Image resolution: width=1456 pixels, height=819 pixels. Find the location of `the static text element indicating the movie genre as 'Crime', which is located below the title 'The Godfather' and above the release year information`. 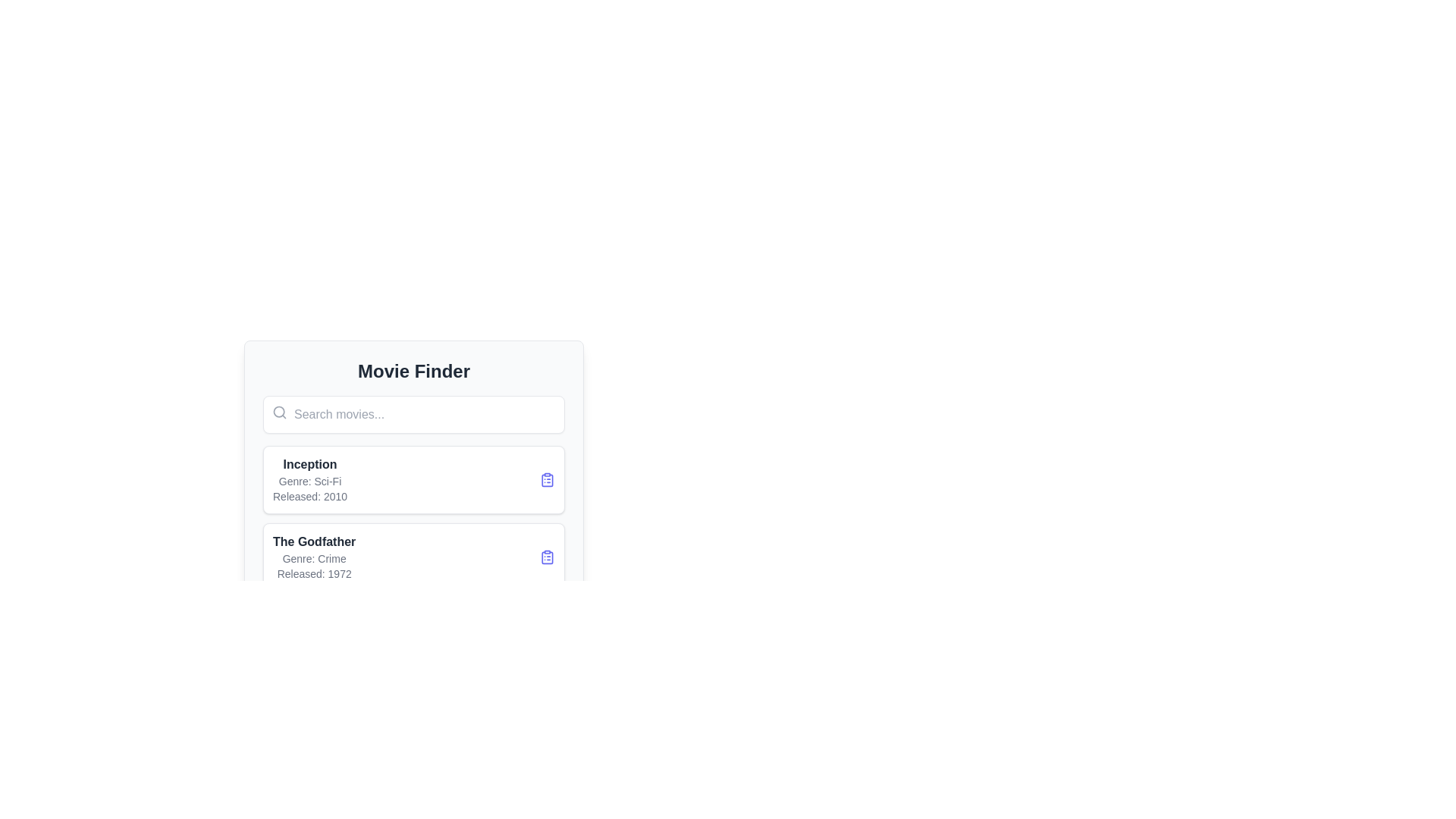

the static text element indicating the movie genre as 'Crime', which is located below the title 'The Godfather' and above the release year information is located at coordinates (313, 558).